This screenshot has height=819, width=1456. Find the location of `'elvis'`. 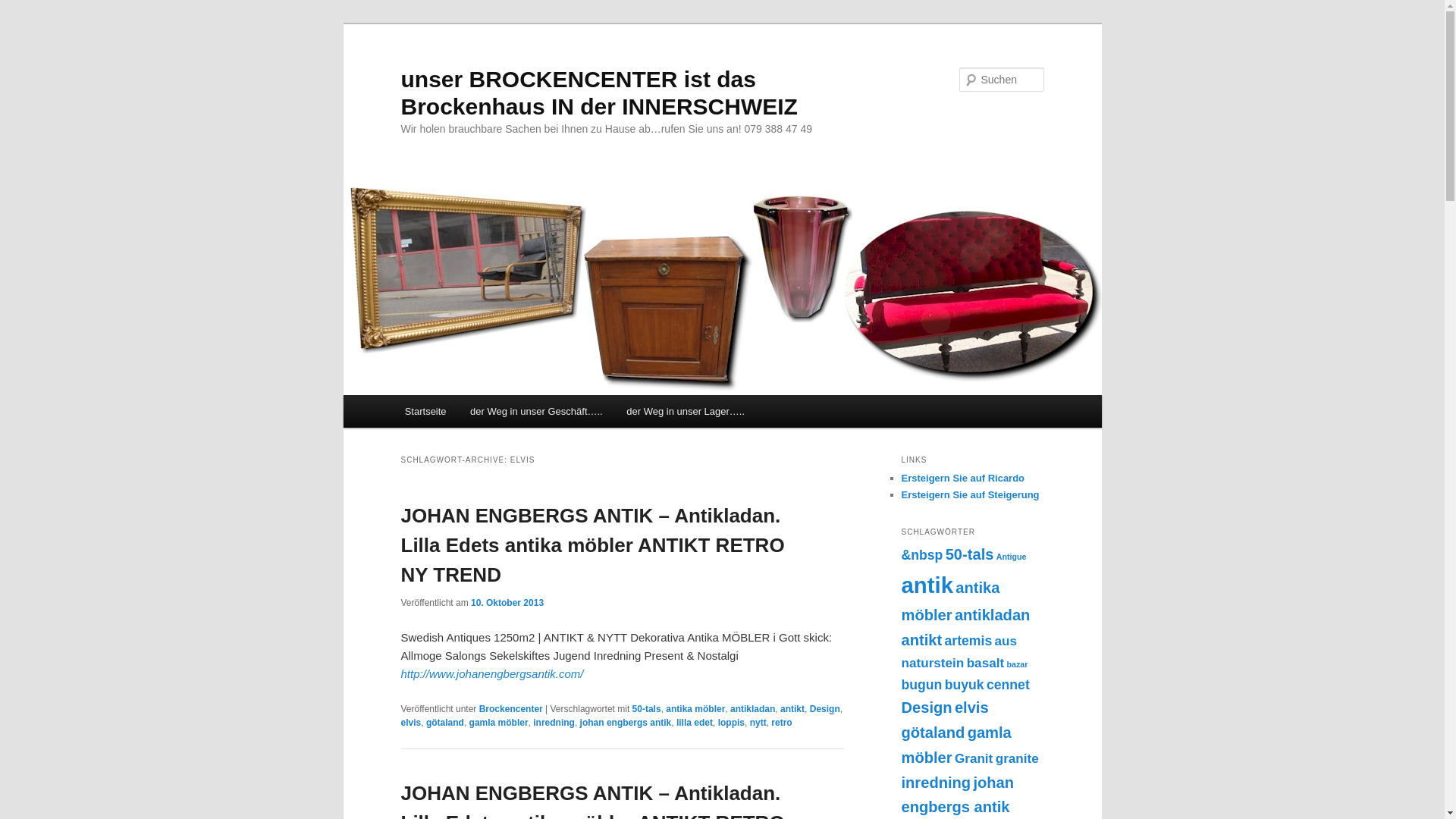

'elvis' is located at coordinates (410, 721).